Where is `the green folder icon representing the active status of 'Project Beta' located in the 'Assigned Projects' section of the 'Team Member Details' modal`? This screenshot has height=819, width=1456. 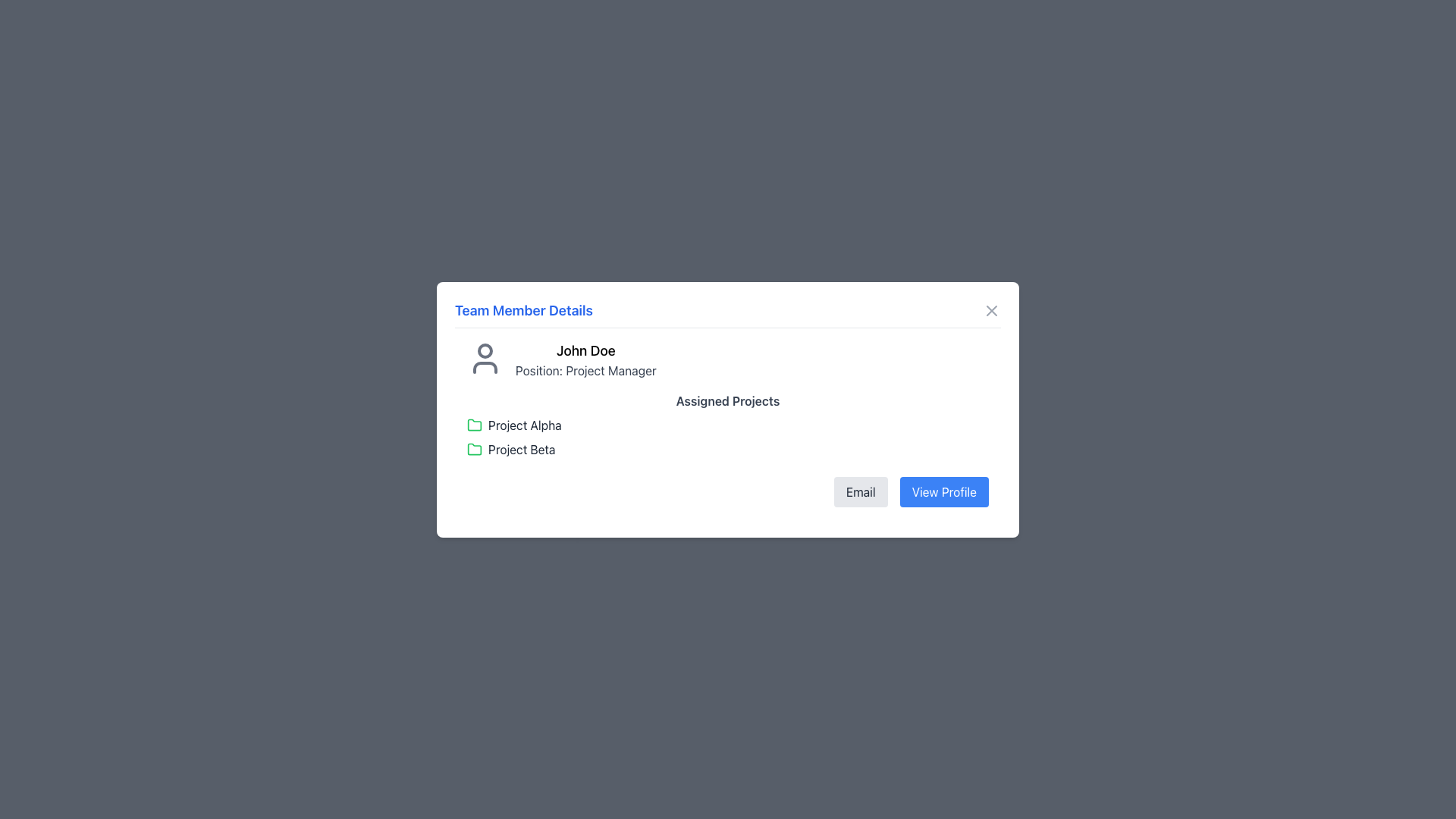
the green folder icon representing the active status of 'Project Beta' located in the 'Assigned Projects' section of the 'Team Member Details' modal is located at coordinates (473, 447).